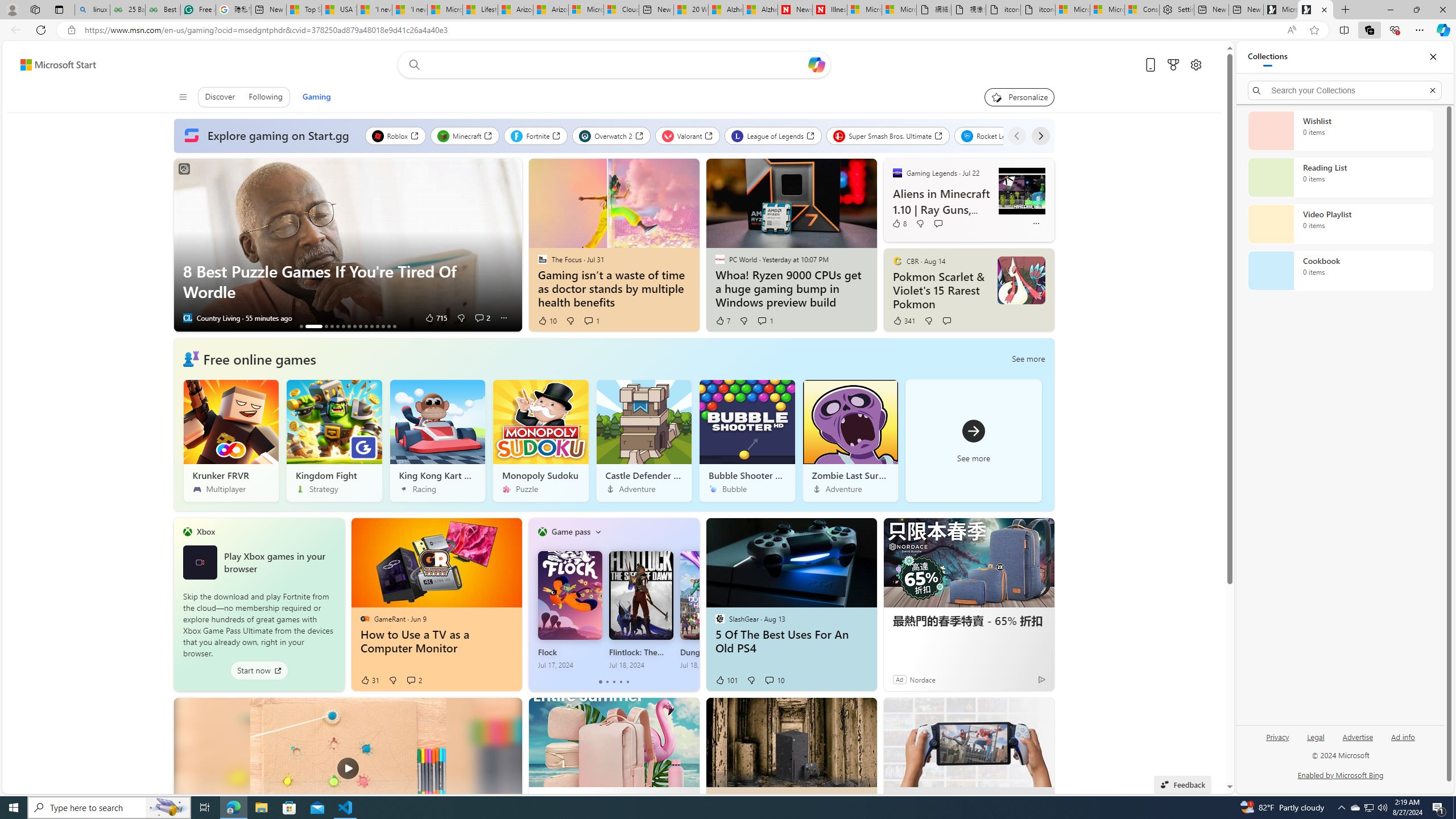 This screenshot has width=1456, height=819. Describe the element at coordinates (342, 326) in the screenshot. I see `'AutomationID: tab_nativead-resinfopane-6'` at that location.